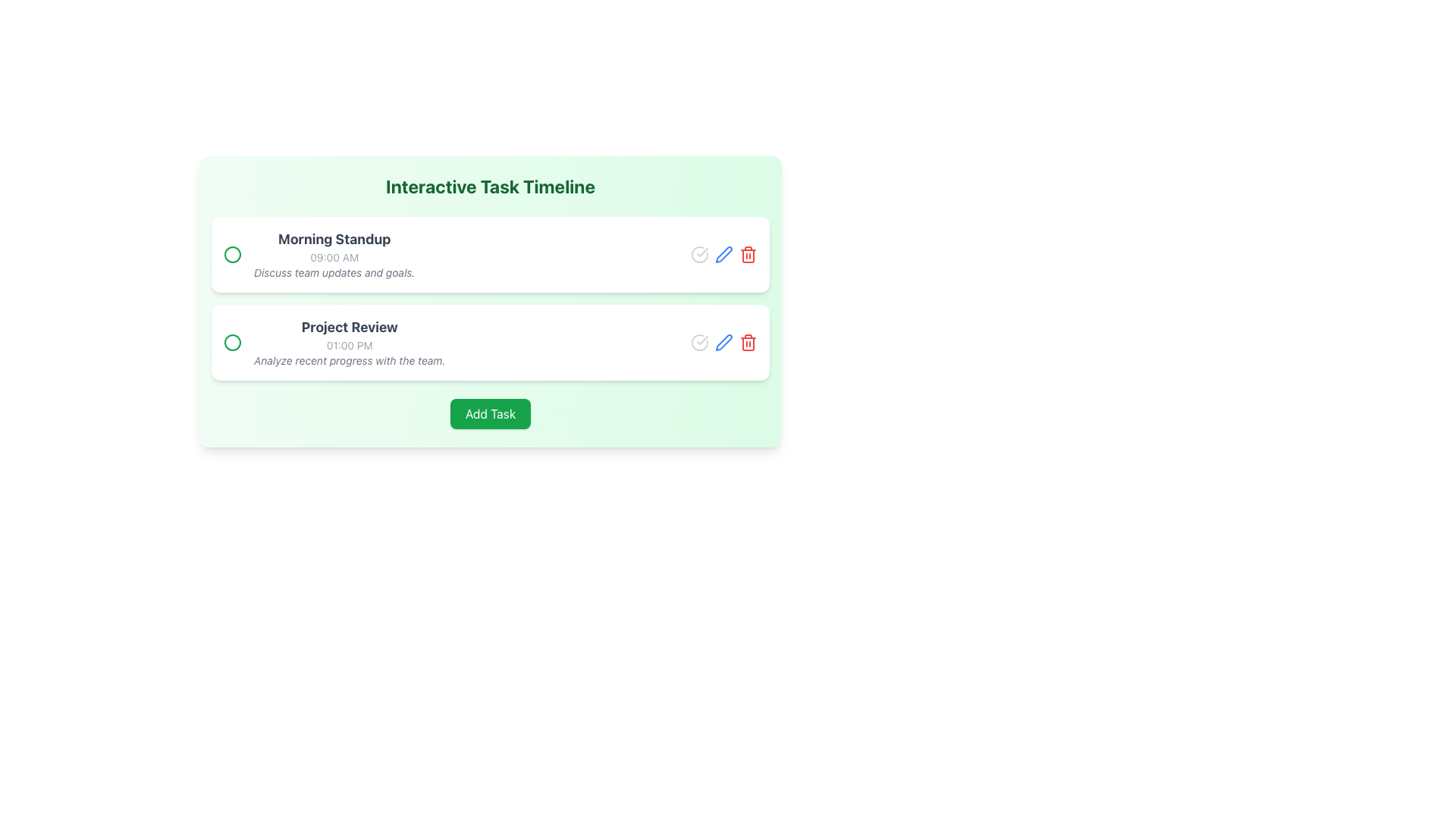  Describe the element at coordinates (723, 342) in the screenshot. I see `the blue pen icon button located to the right of the 'Morning Standup' task in the 'Interactive Task Timeline' interface to potentially see a tooltip` at that location.